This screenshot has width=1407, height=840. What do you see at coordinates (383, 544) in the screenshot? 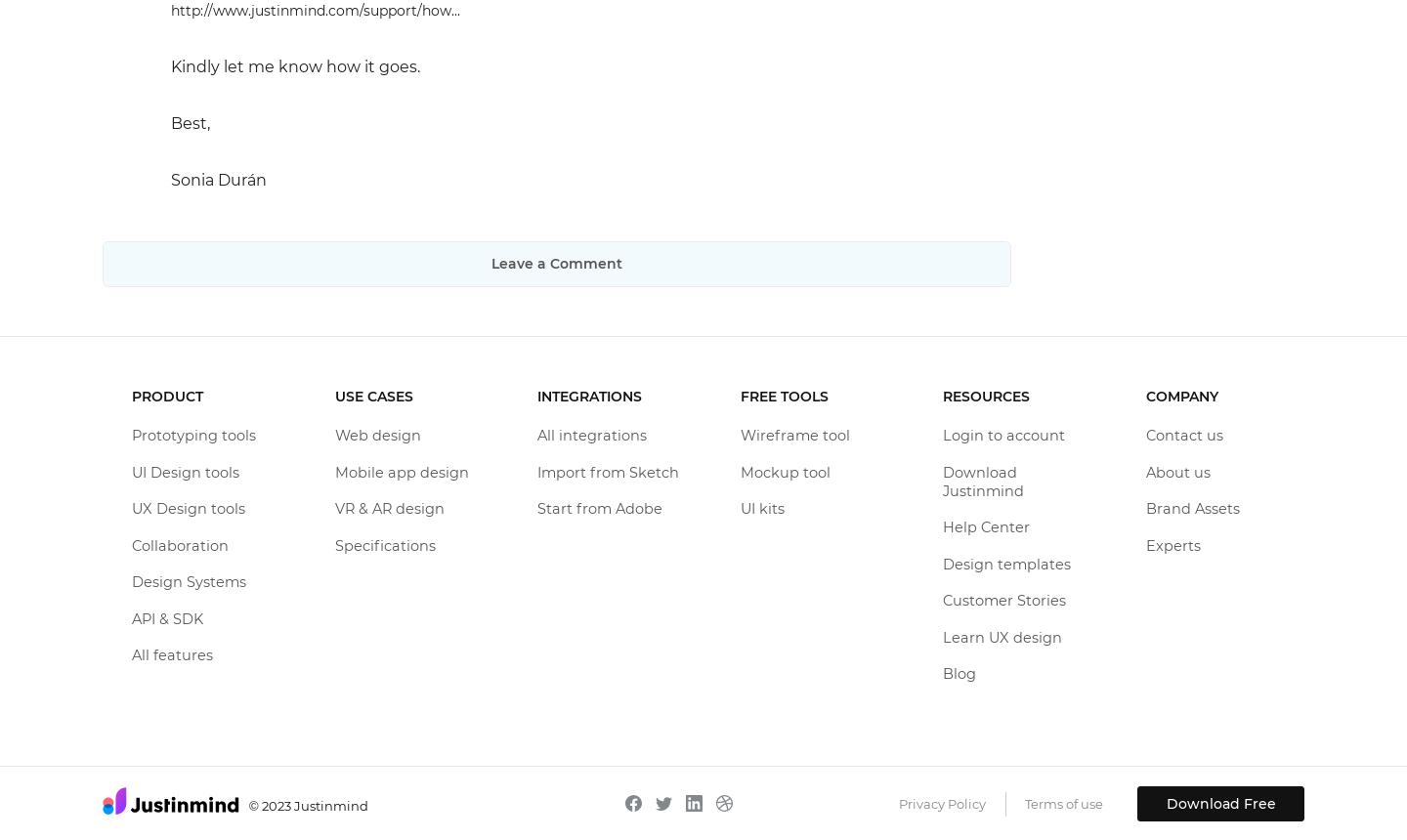
I see `'Specifications'` at bounding box center [383, 544].